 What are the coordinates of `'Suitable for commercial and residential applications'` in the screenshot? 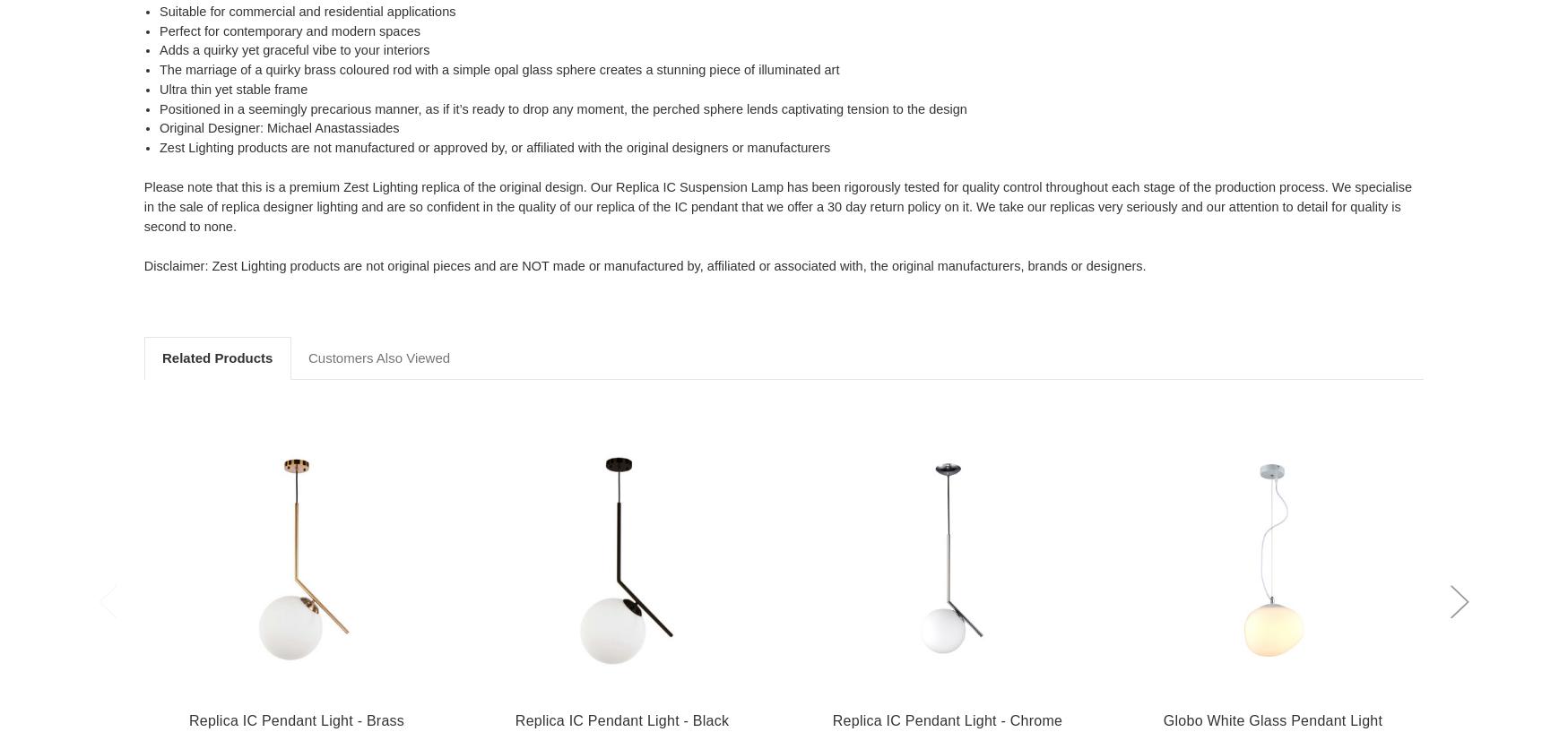 It's located at (159, 10).